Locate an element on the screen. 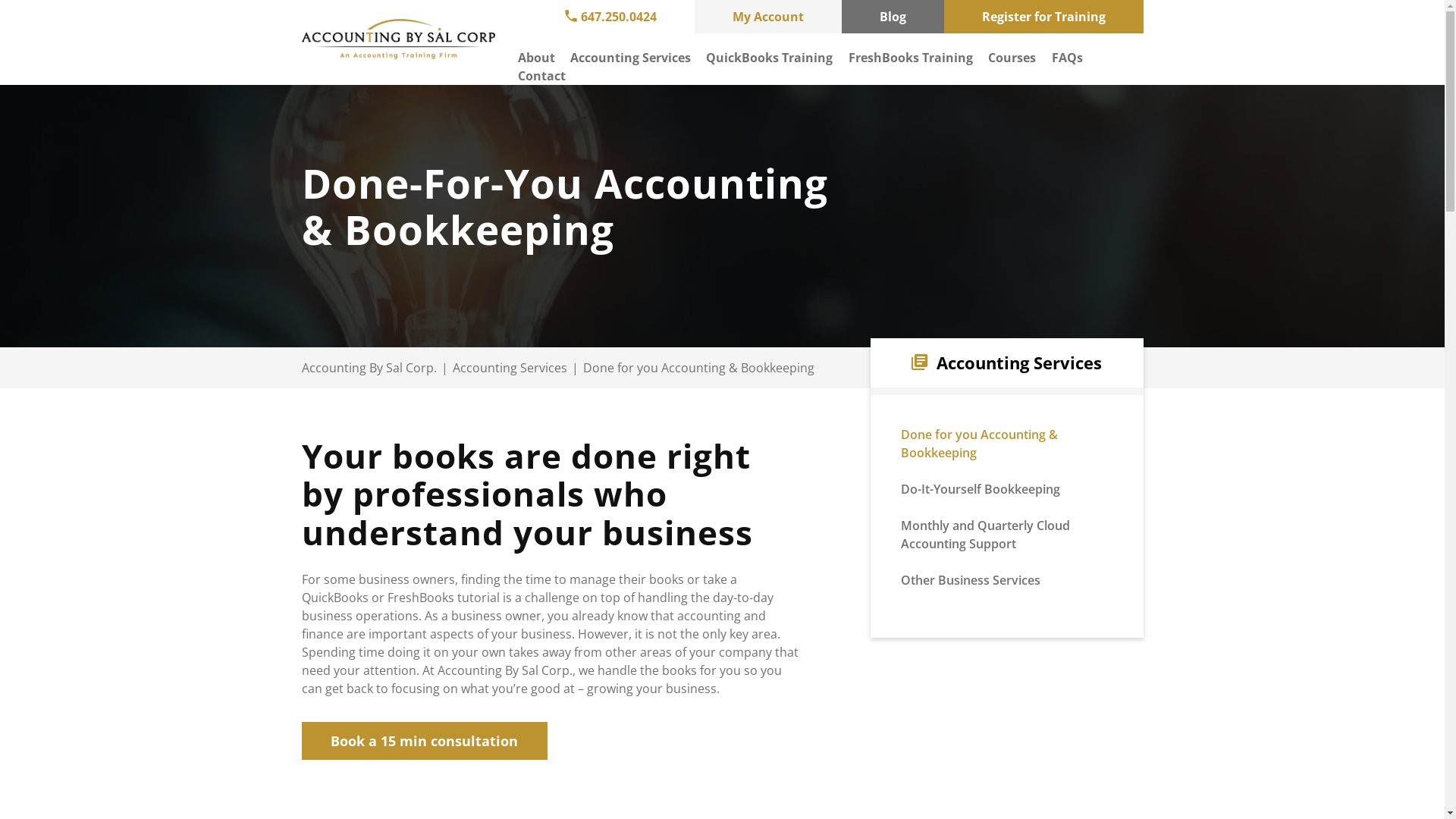 This screenshot has width=1456, height=819. 'Monthly and Quarterly Cloud Accounting Support' is located at coordinates (985, 534).